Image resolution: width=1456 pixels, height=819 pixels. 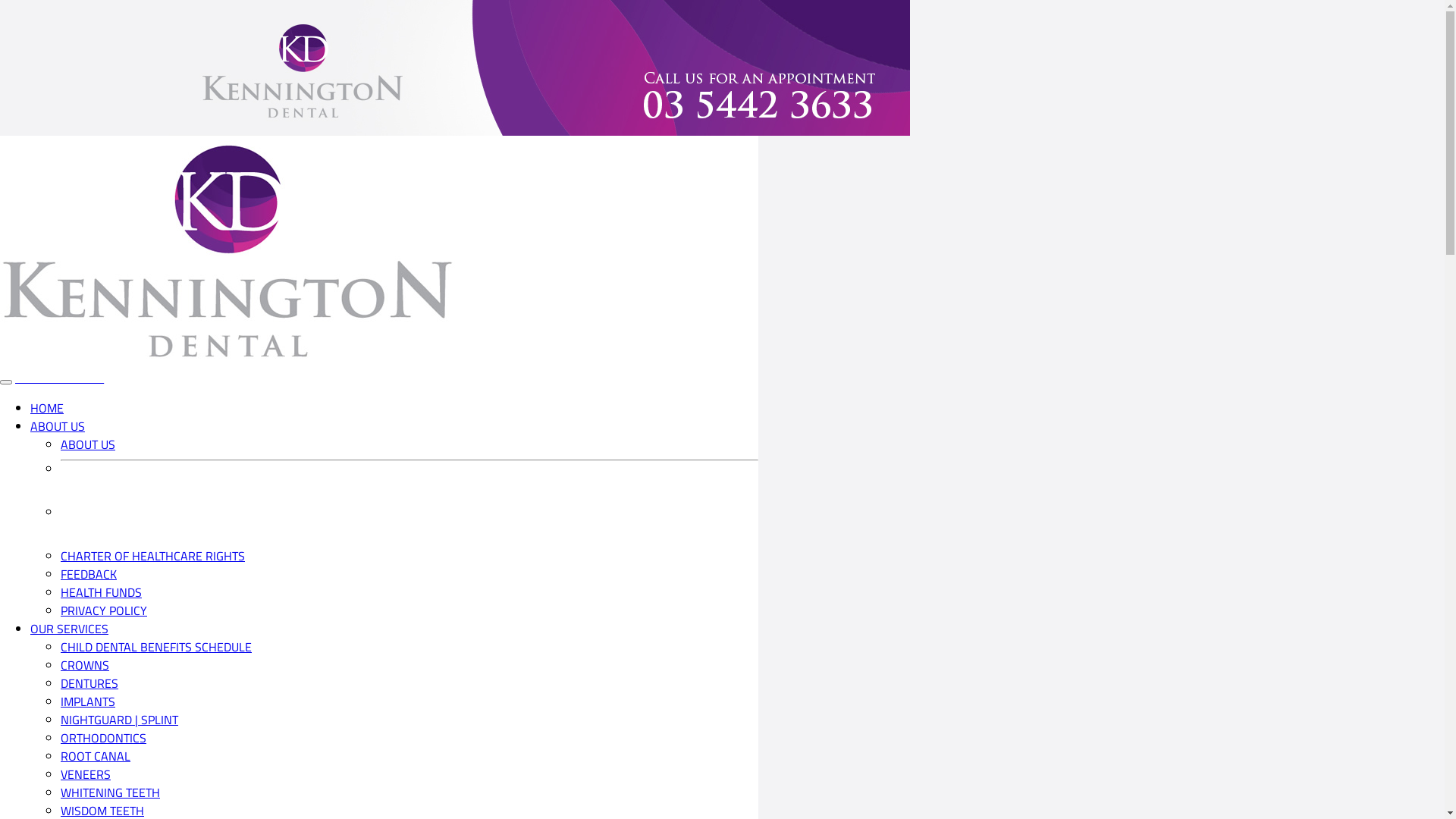 What do you see at coordinates (156, 646) in the screenshot?
I see `'CHILD DENTAL BENEFITS SCHEDULE'` at bounding box center [156, 646].